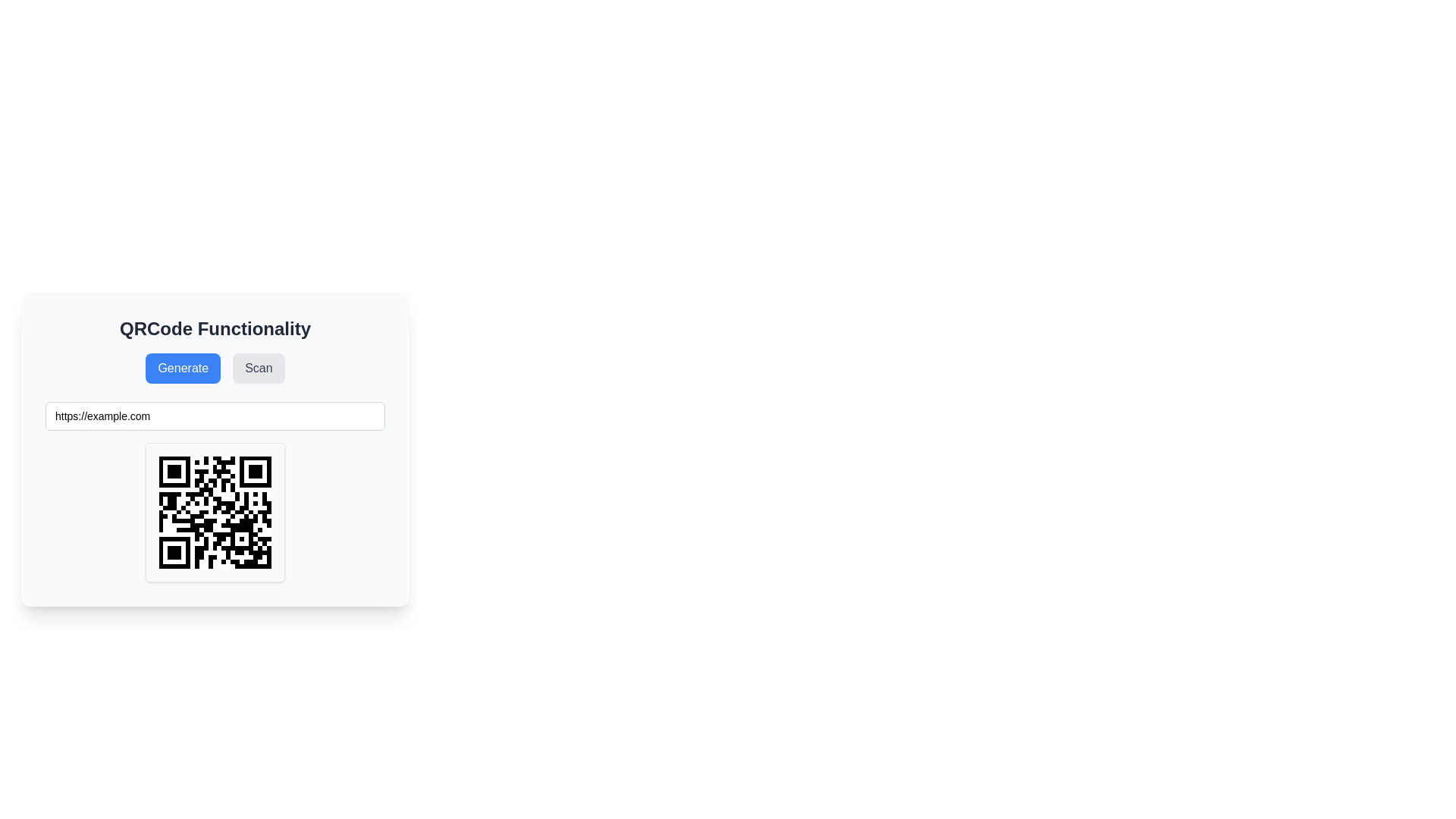  What do you see at coordinates (214, 369) in the screenshot?
I see `the 'Generate' and 'Scan' buttons in the QR code functionality control panel, which is located beneath the header 'QRCode Functionality'` at bounding box center [214, 369].